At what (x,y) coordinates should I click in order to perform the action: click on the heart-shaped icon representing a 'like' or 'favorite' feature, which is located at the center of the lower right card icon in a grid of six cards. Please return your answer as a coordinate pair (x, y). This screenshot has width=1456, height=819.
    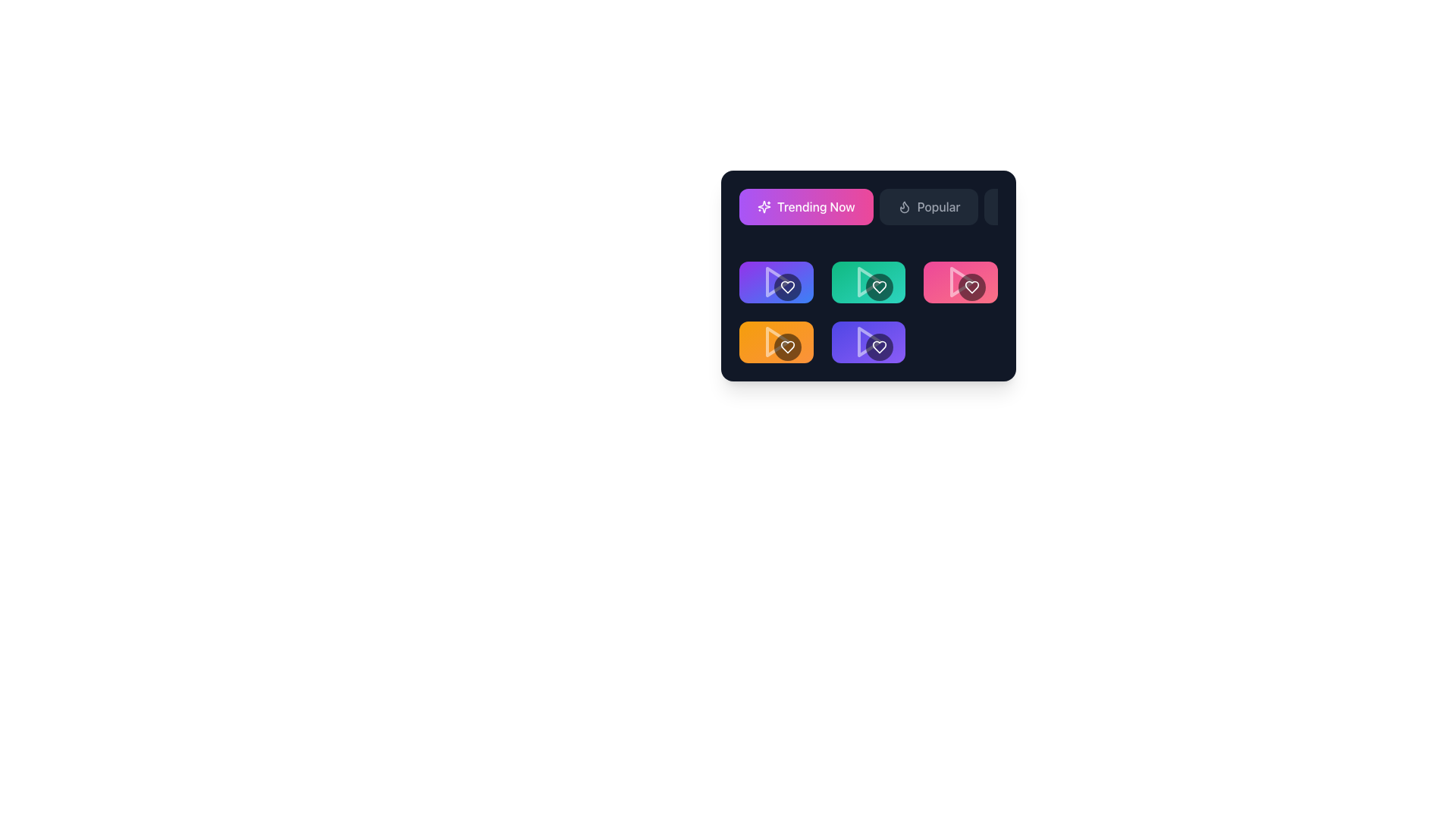
    Looking at the image, I should click on (880, 347).